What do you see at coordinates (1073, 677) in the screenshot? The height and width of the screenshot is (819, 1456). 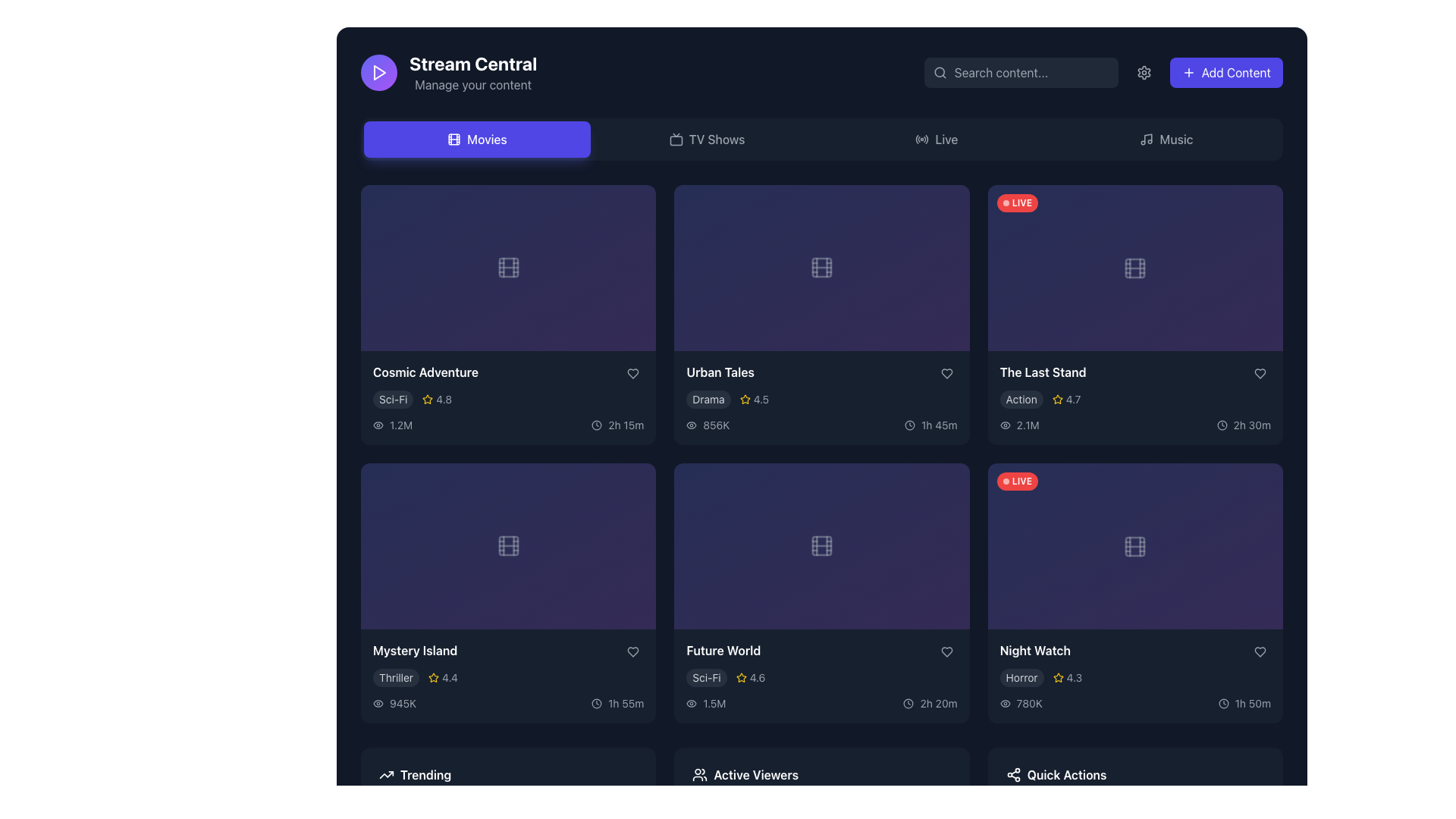 I see `rating value displayed on the rightmost Text label of the 'Night Watch' movie card in the 'Movies' section` at bounding box center [1073, 677].